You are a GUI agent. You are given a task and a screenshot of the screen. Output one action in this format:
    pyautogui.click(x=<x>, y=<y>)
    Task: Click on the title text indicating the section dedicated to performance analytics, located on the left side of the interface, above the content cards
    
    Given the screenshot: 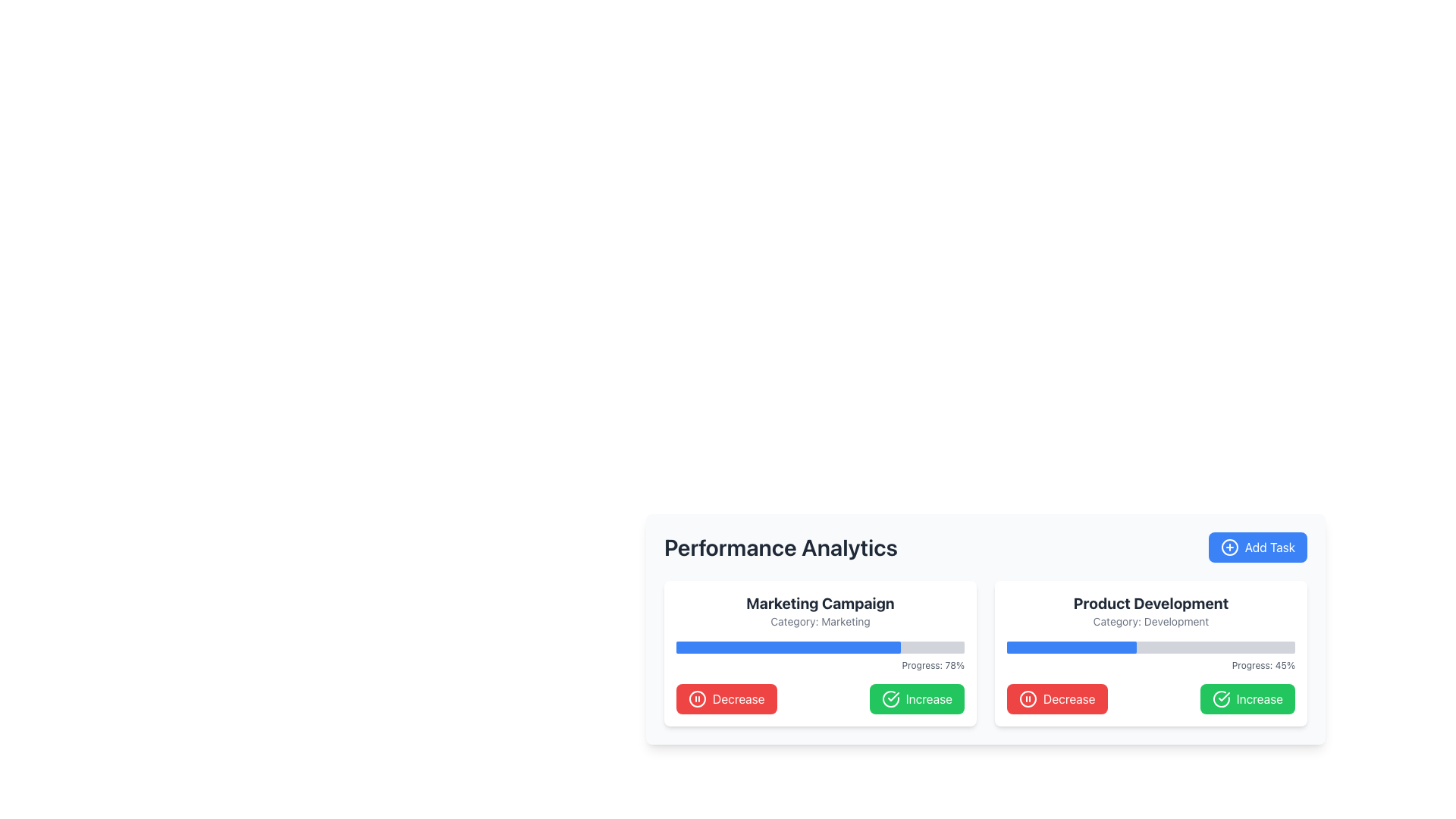 What is the action you would take?
    pyautogui.click(x=781, y=547)
    